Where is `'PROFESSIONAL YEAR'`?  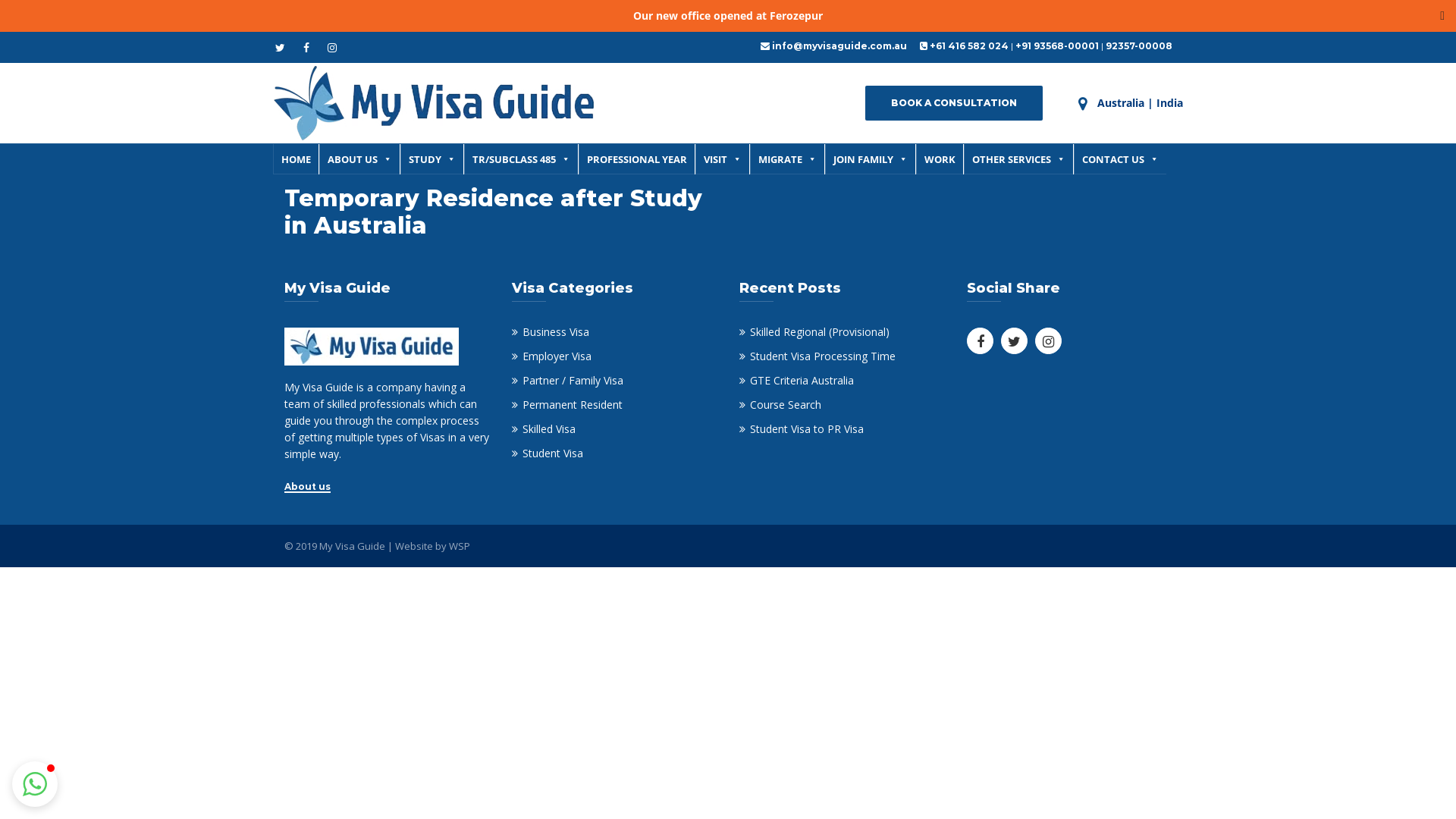 'PROFESSIONAL YEAR' is located at coordinates (636, 158).